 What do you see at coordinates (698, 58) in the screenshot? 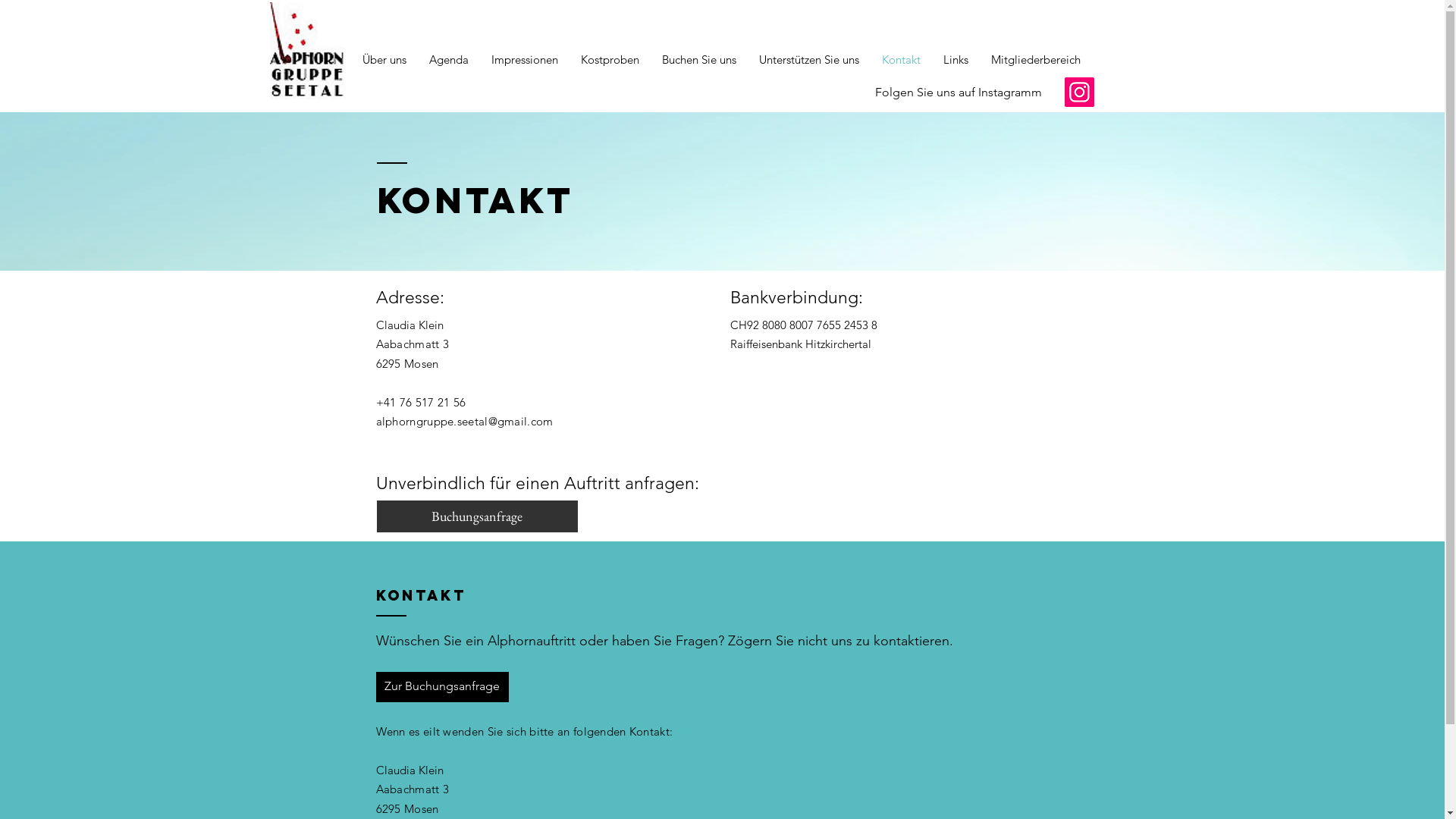
I see `'Buchen Sie uns'` at bounding box center [698, 58].